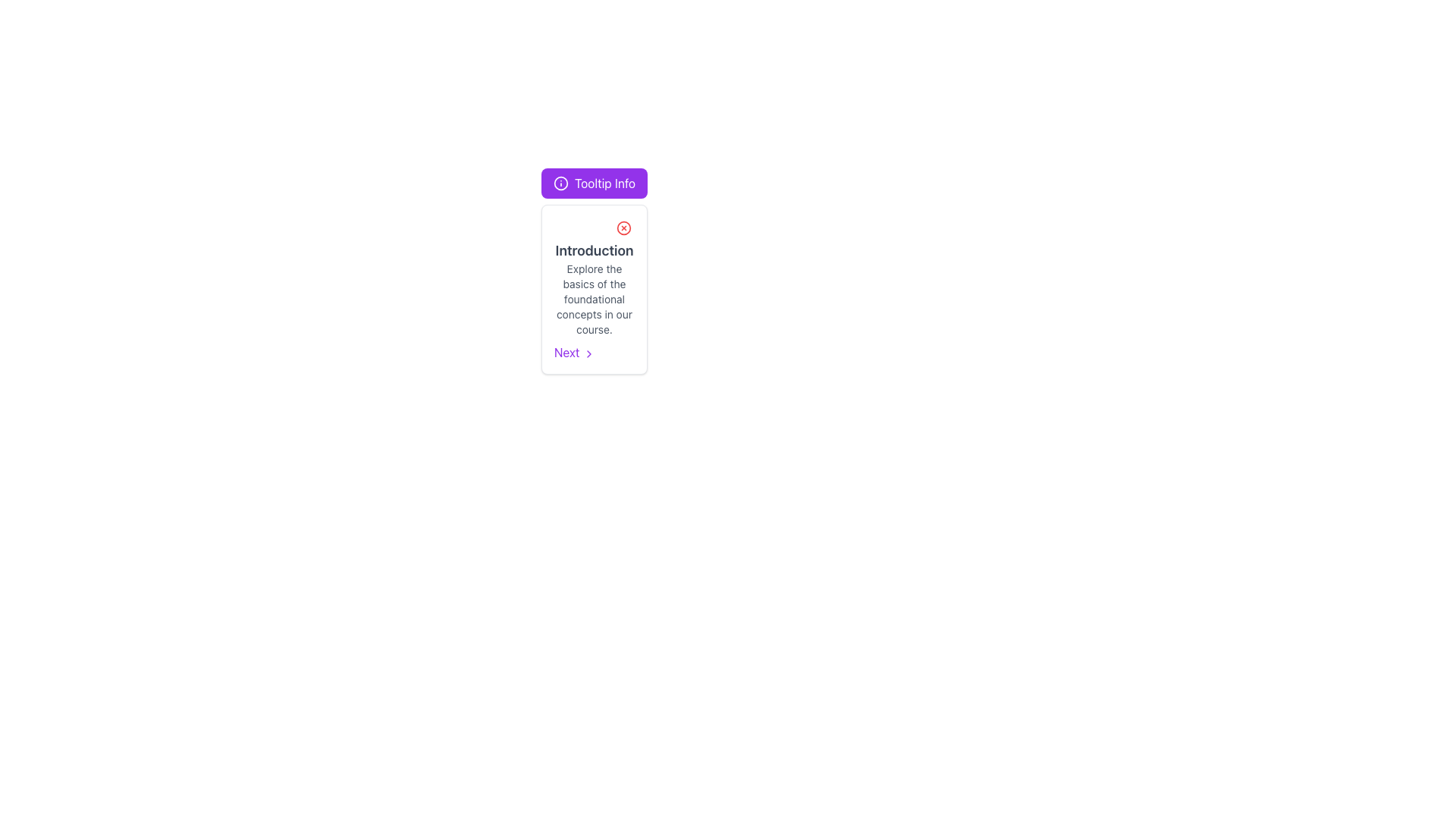 This screenshot has height=819, width=1456. I want to click on content displayed in the text element located in the middle-right part of the interface, directly below the 'Introduction' header within its card, so click(593, 299).